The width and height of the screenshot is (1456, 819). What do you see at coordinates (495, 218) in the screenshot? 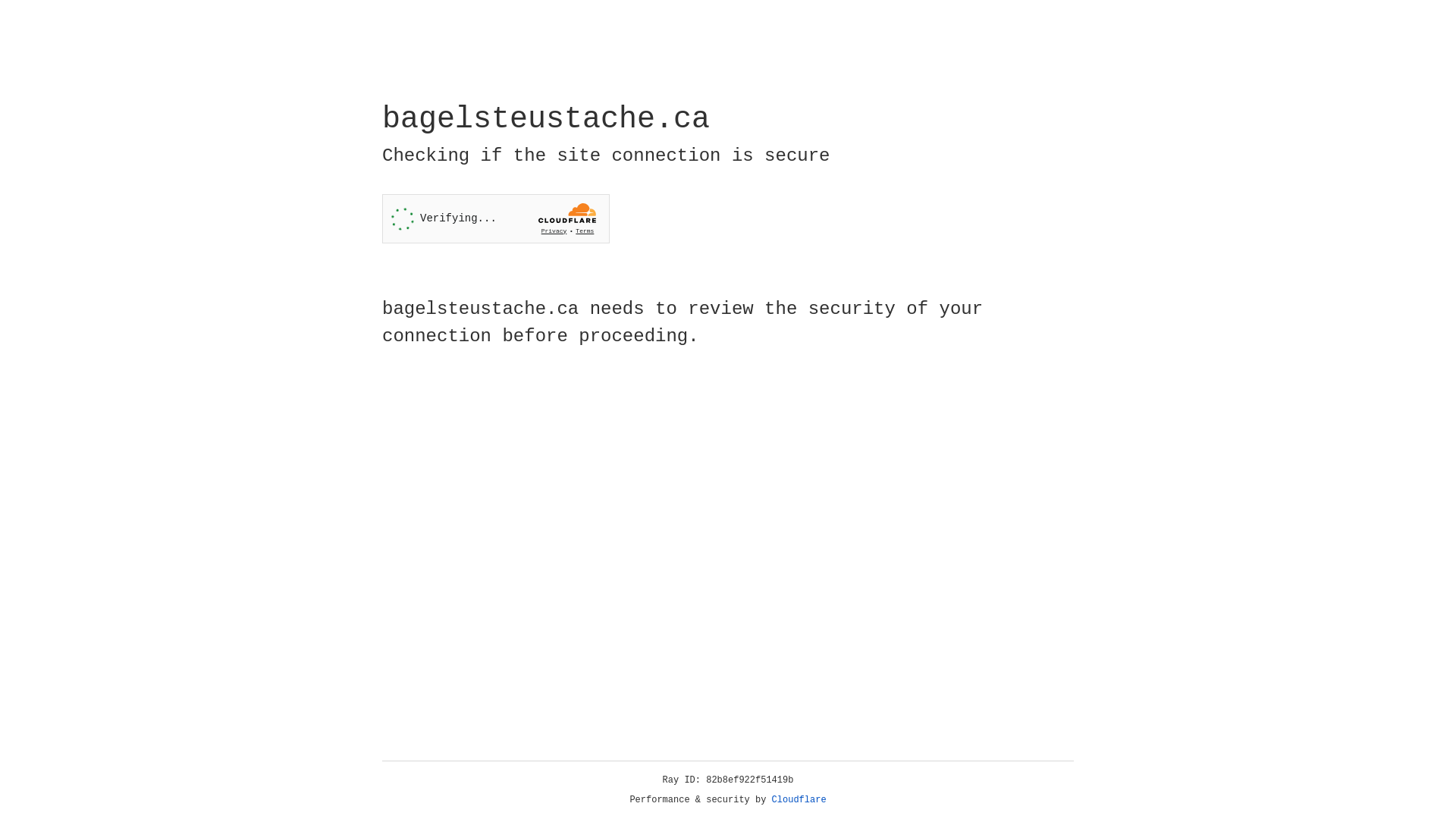
I see `'Widget containing a Cloudflare security challenge'` at bounding box center [495, 218].